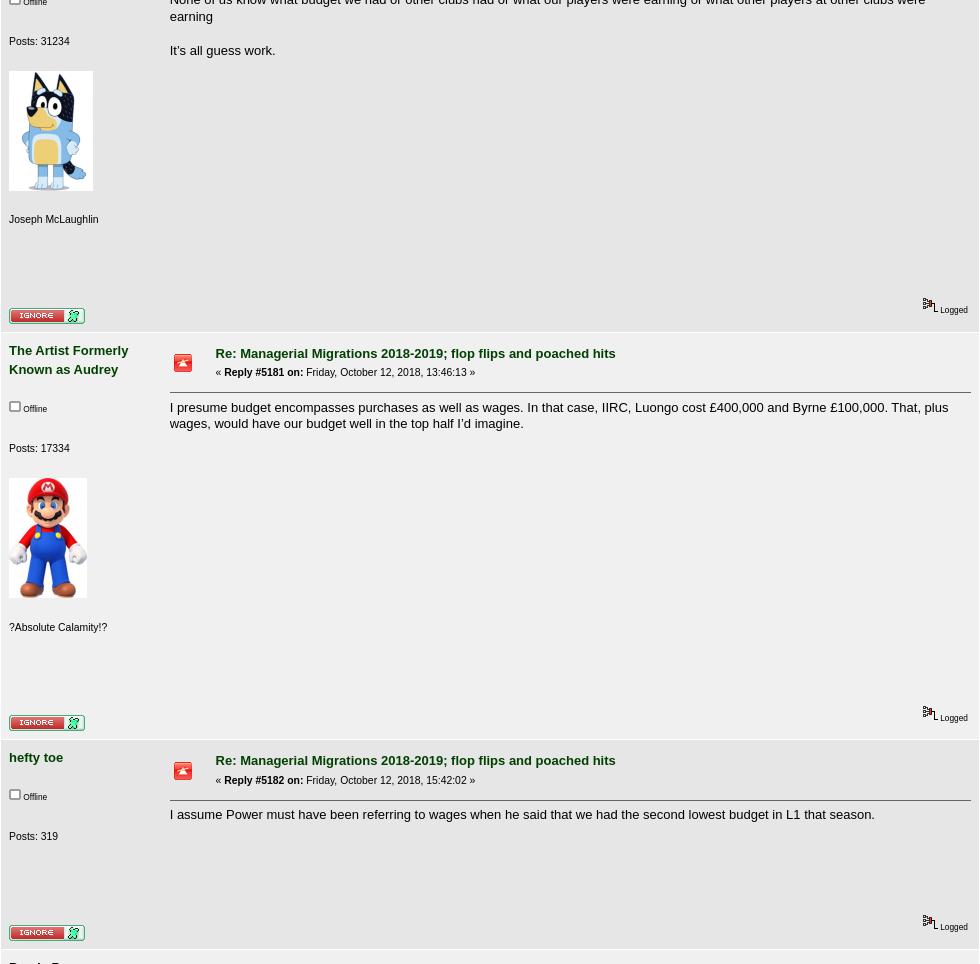 This screenshot has width=980, height=964. I want to click on 'Posts: 31234', so click(39, 39).